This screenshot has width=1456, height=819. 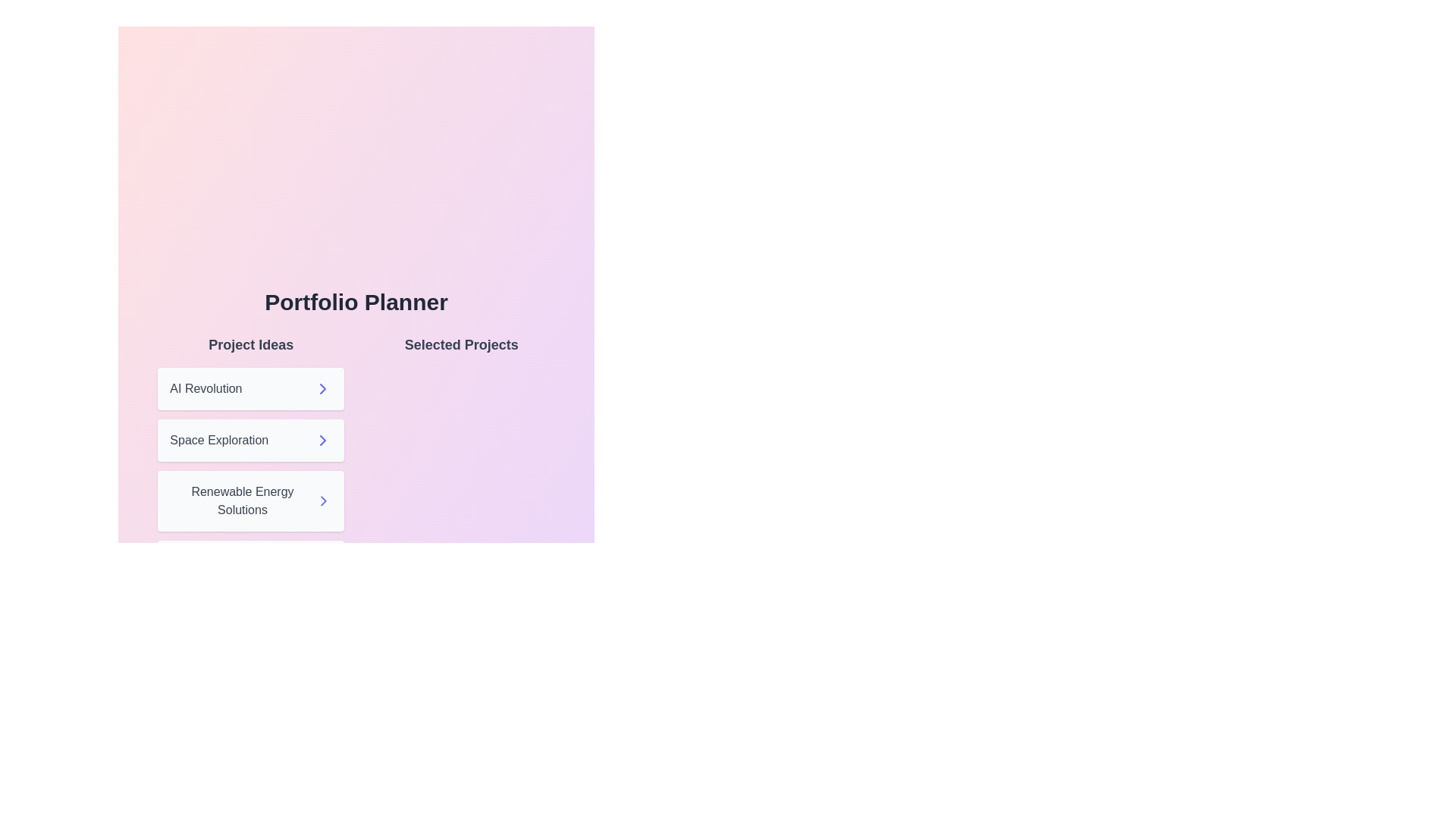 I want to click on right arrow next to the project idea 'Space Exploration' to move it to 'Selected Projects', so click(x=322, y=441).